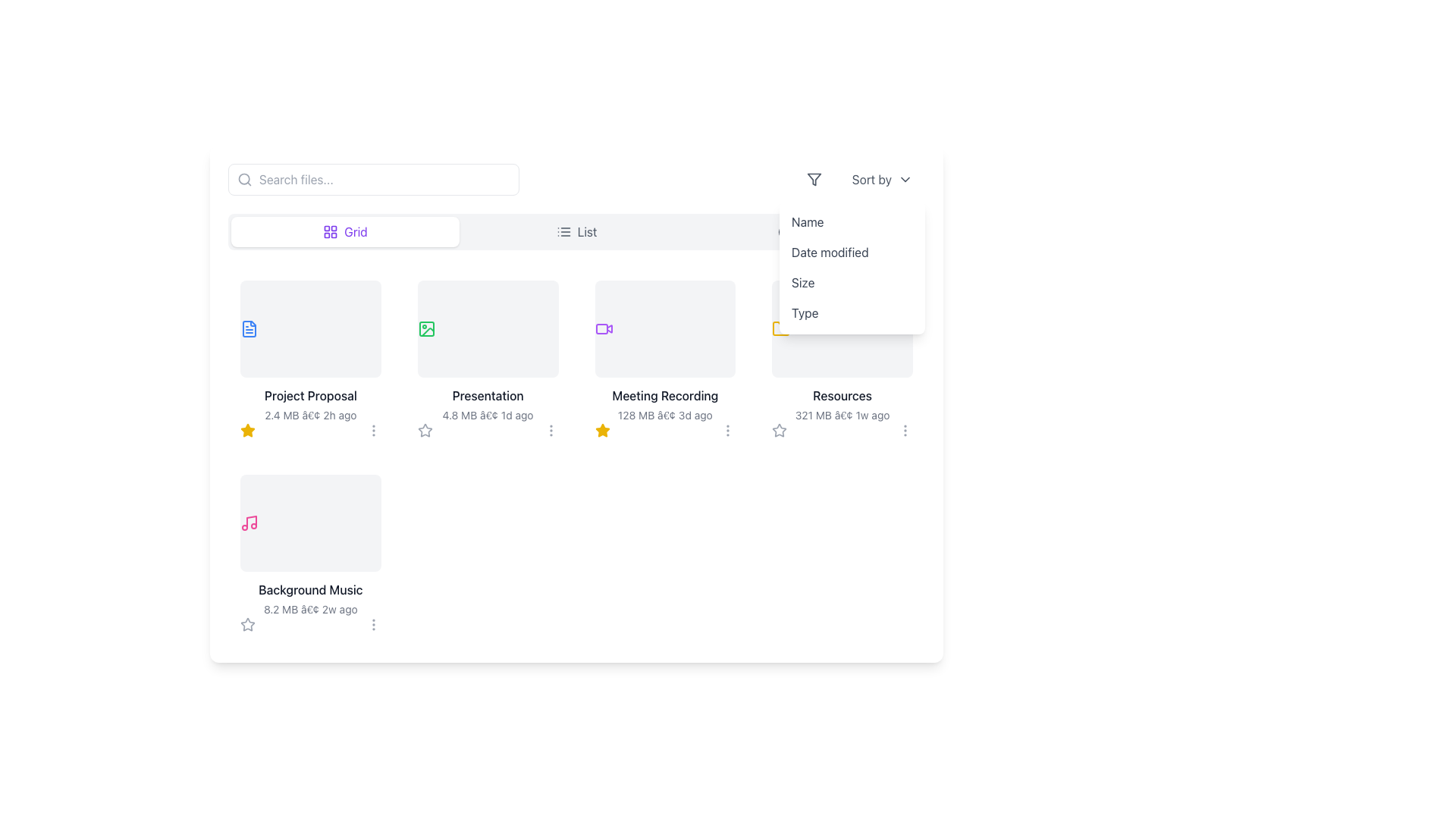 This screenshot has width=1456, height=819. Describe the element at coordinates (373, 625) in the screenshot. I see `the vertical ellipsis icon, which consists of three small circular dots arranged vertically, located in the bottom right of the 'Background Music' section` at that location.